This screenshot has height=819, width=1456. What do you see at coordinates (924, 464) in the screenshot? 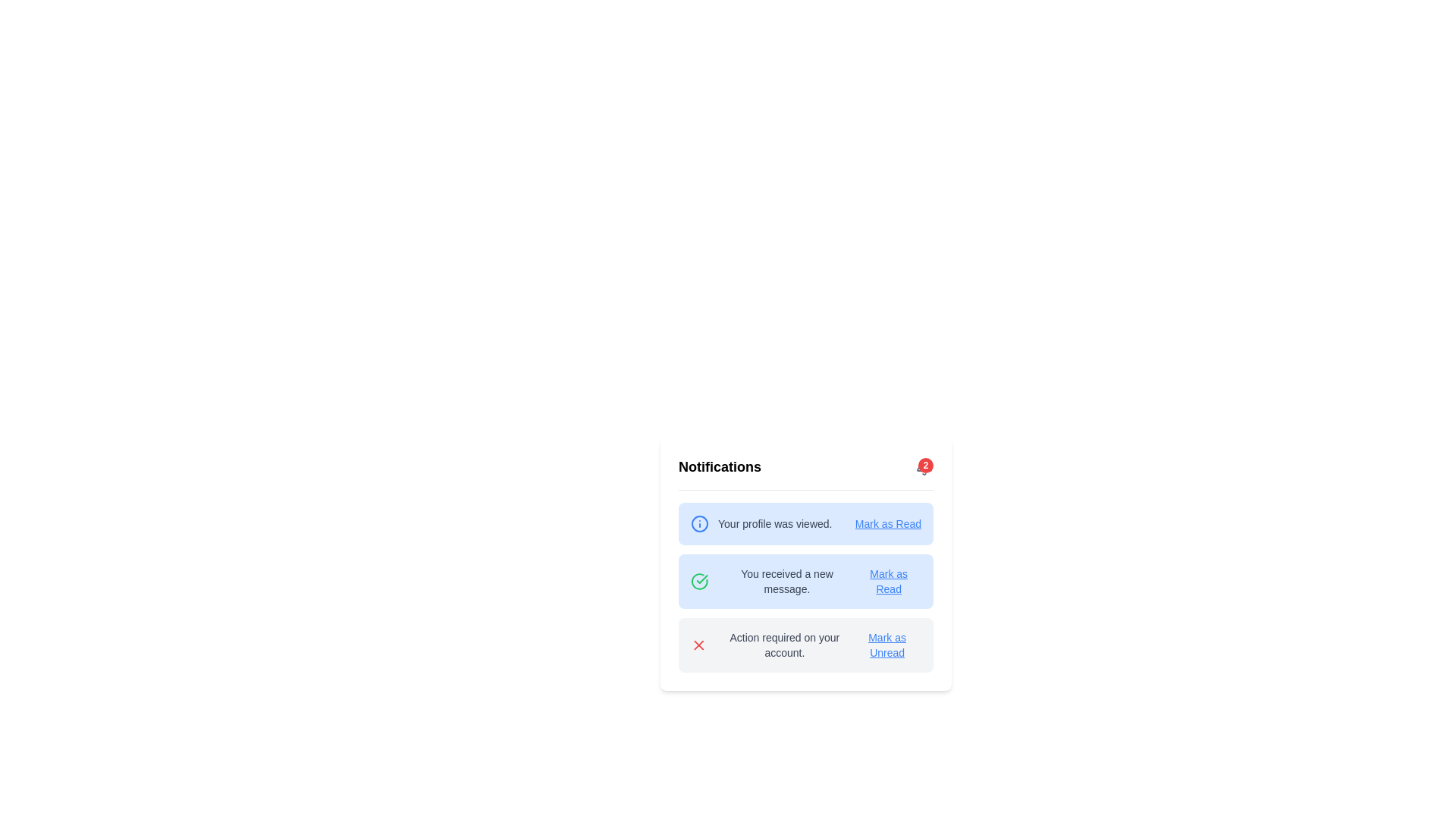
I see `the count displayed on the Counter badge located at the top-right corner of the notification icon in the notification panel` at bounding box center [924, 464].